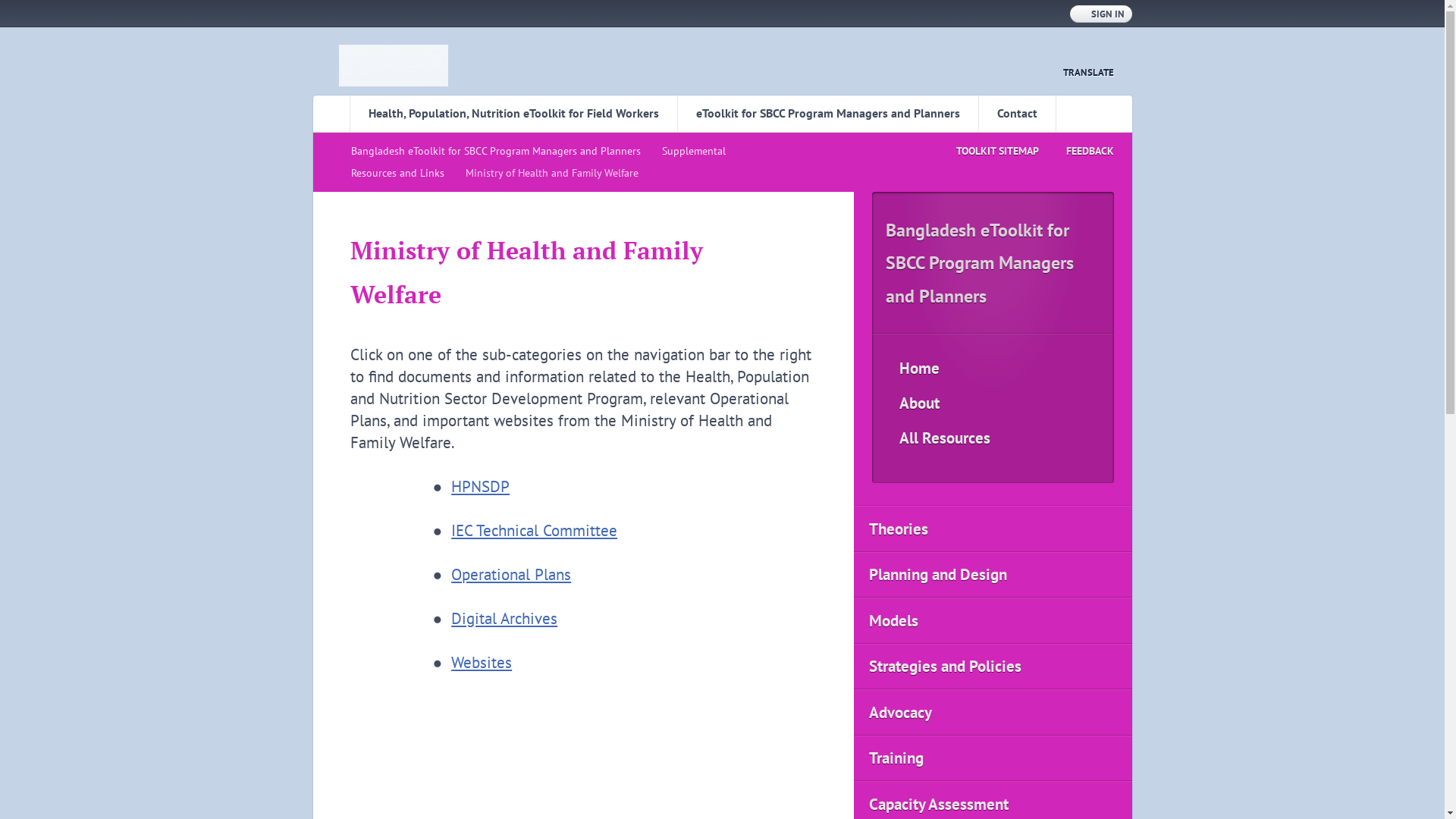  What do you see at coordinates (993, 712) in the screenshot?
I see `'Advocacy'` at bounding box center [993, 712].